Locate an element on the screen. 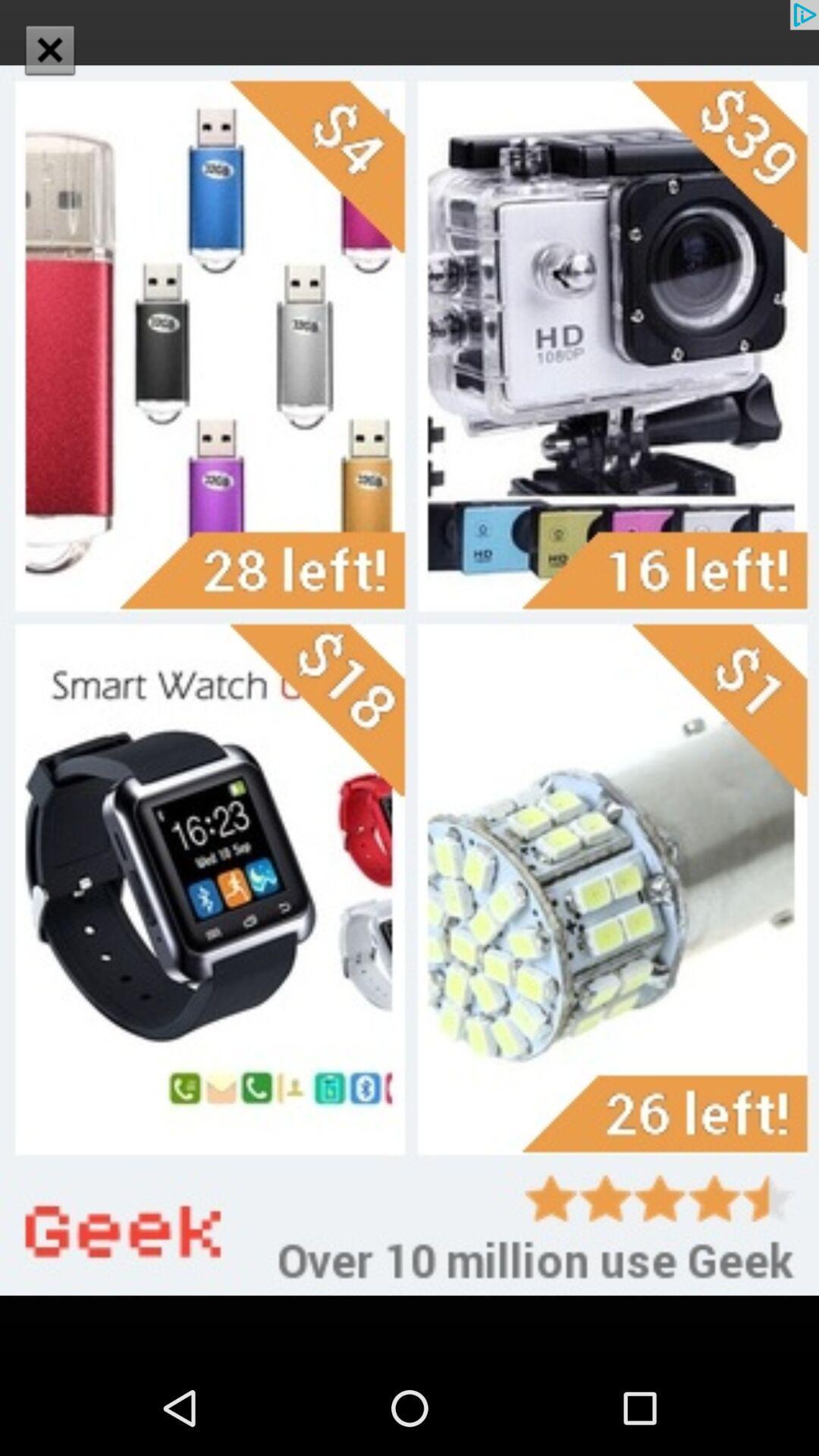 The width and height of the screenshot is (819, 1456). the close icon is located at coordinates (49, 53).